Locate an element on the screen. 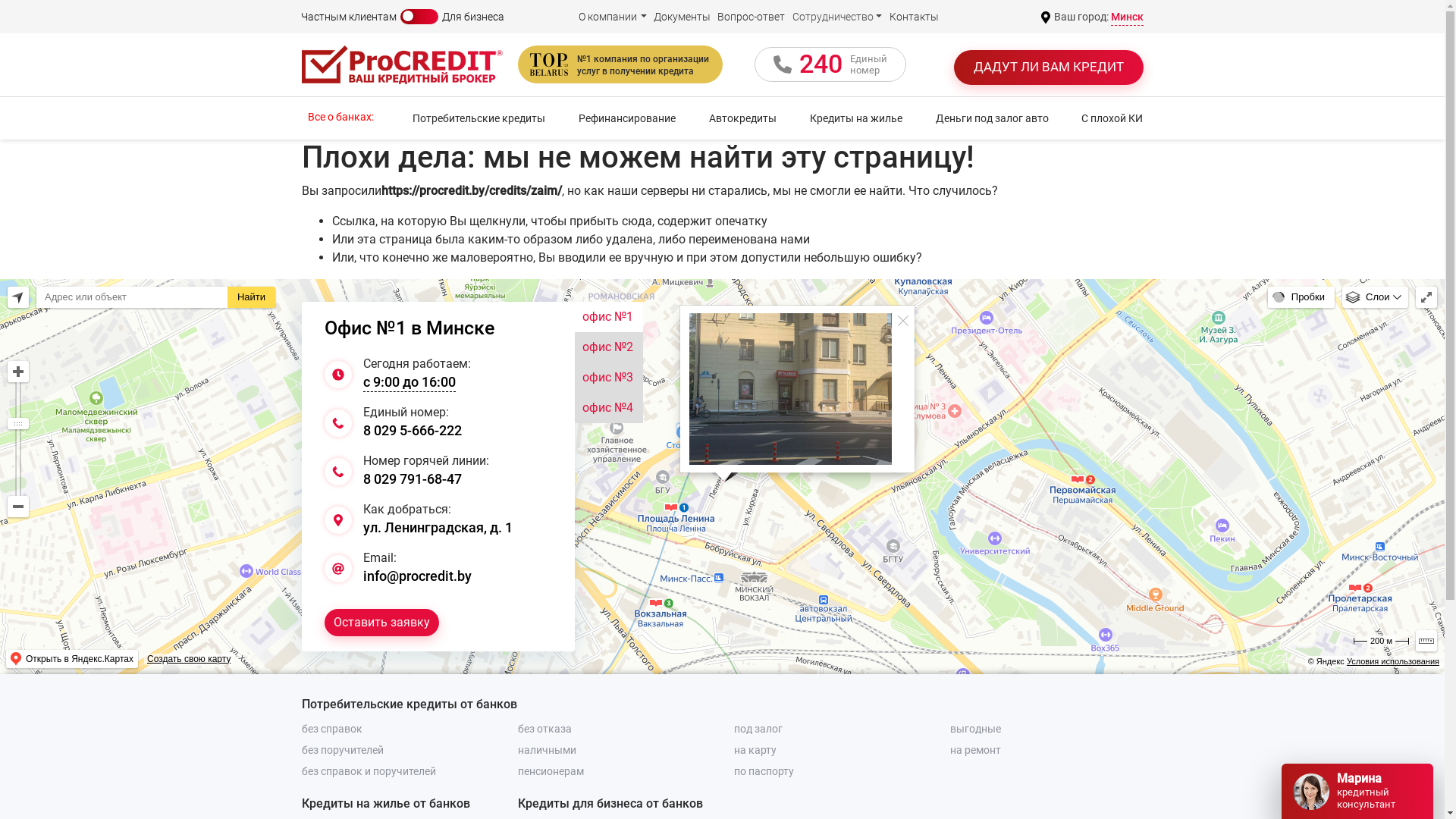 The width and height of the screenshot is (1456, 819). '8 029 791-68-47' is located at coordinates (362, 478).